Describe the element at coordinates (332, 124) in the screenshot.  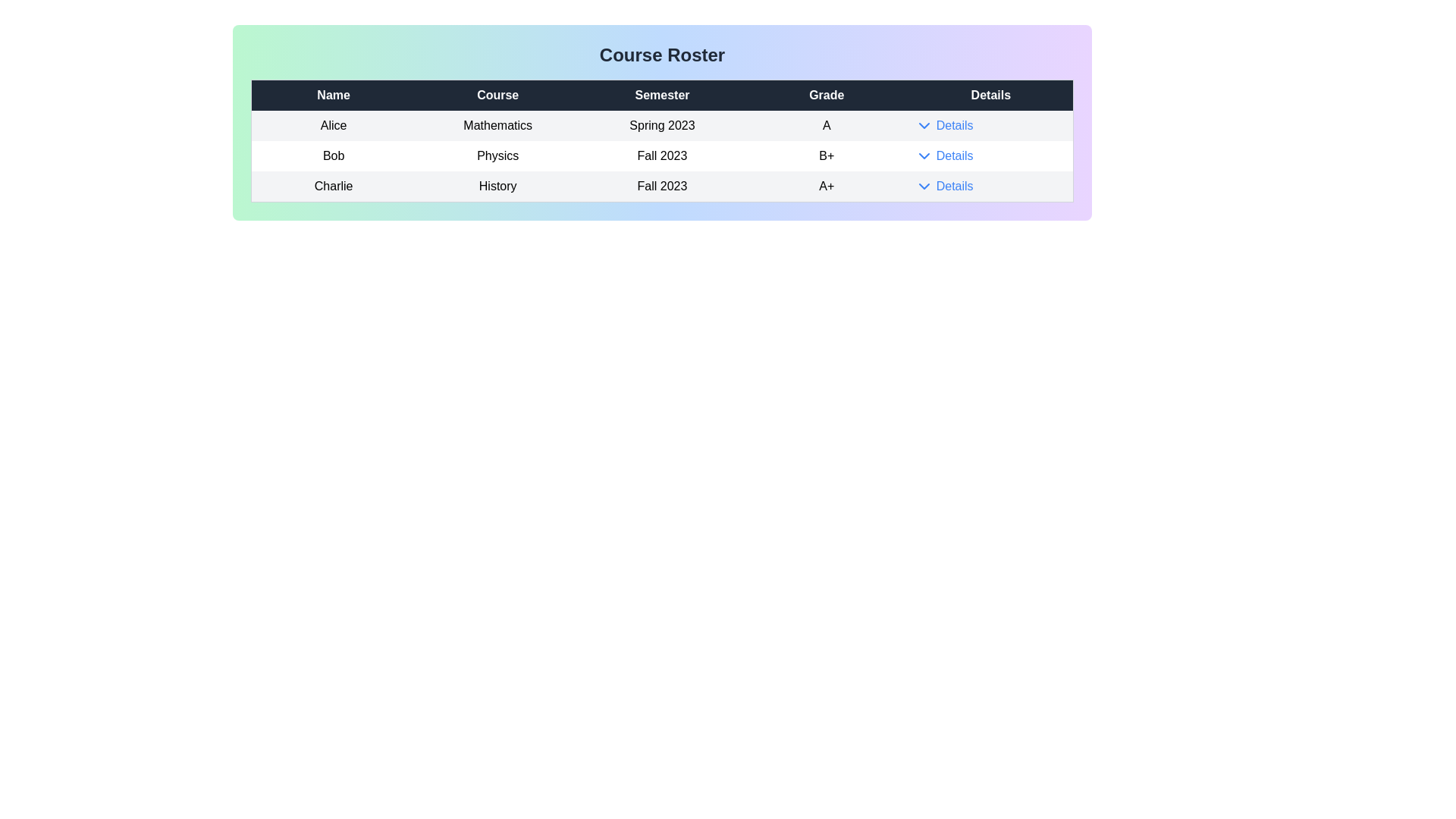
I see `the text label displaying the name 'Alice', which is located in the first row of a table under the 'Name' column` at that location.